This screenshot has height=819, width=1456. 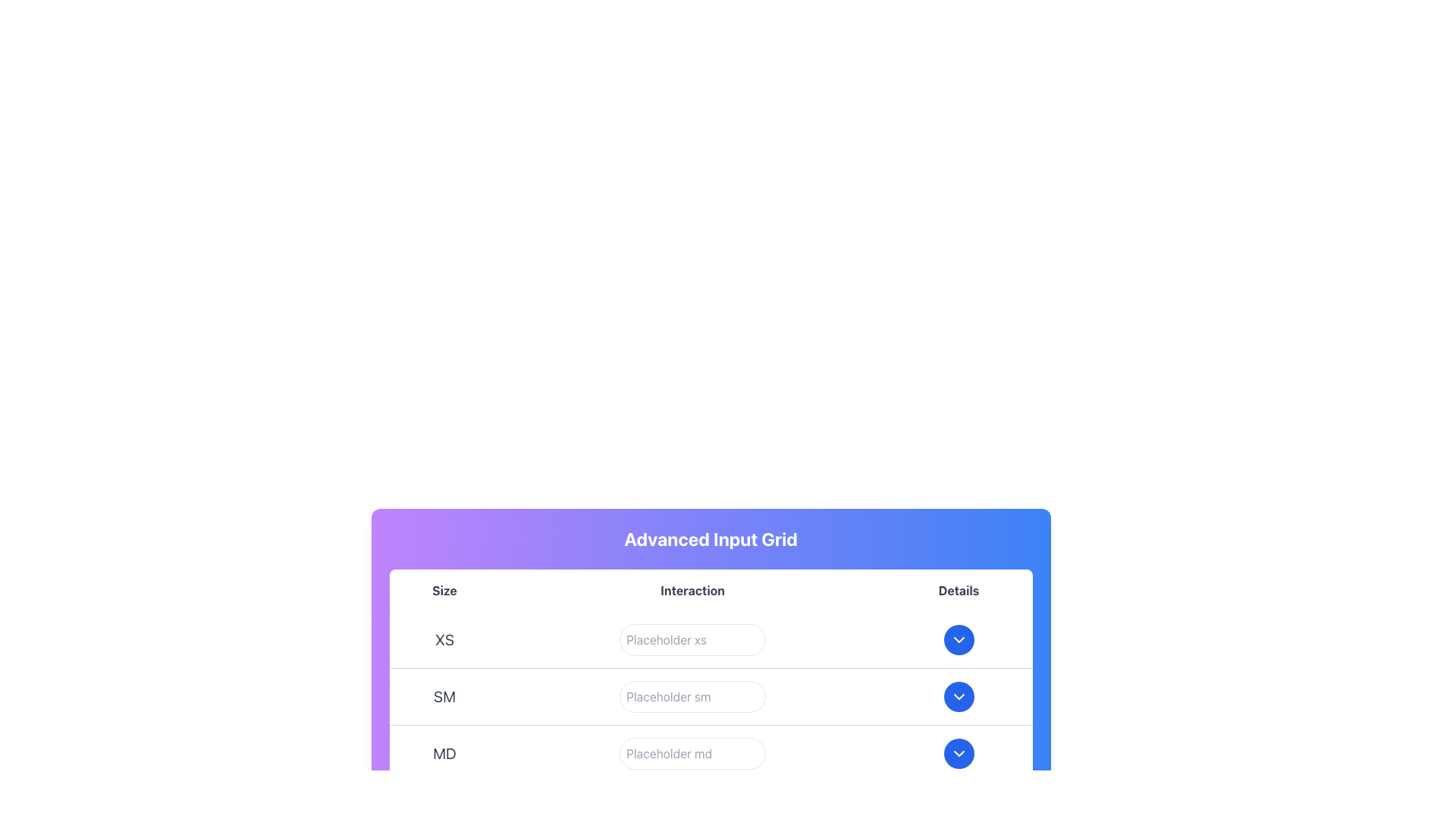 I want to click on the text input field, so click(x=692, y=754).